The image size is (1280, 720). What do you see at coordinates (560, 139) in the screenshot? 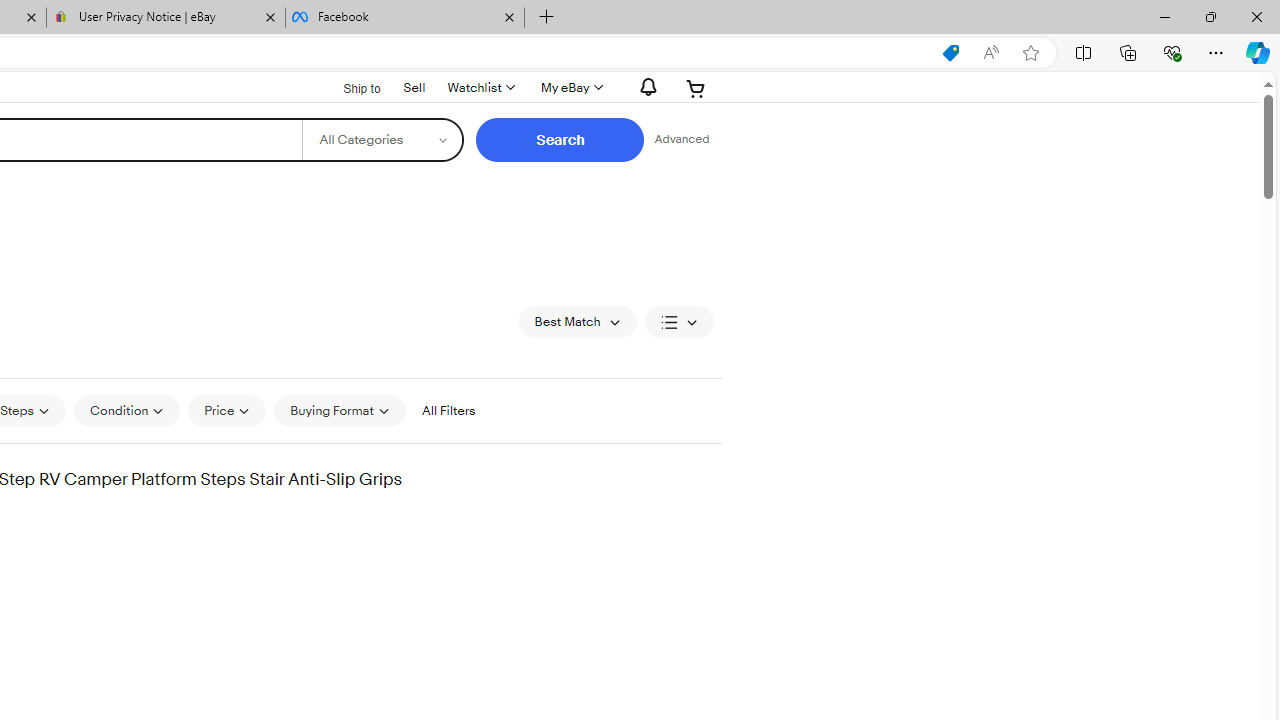
I see `'Search'` at bounding box center [560, 139].